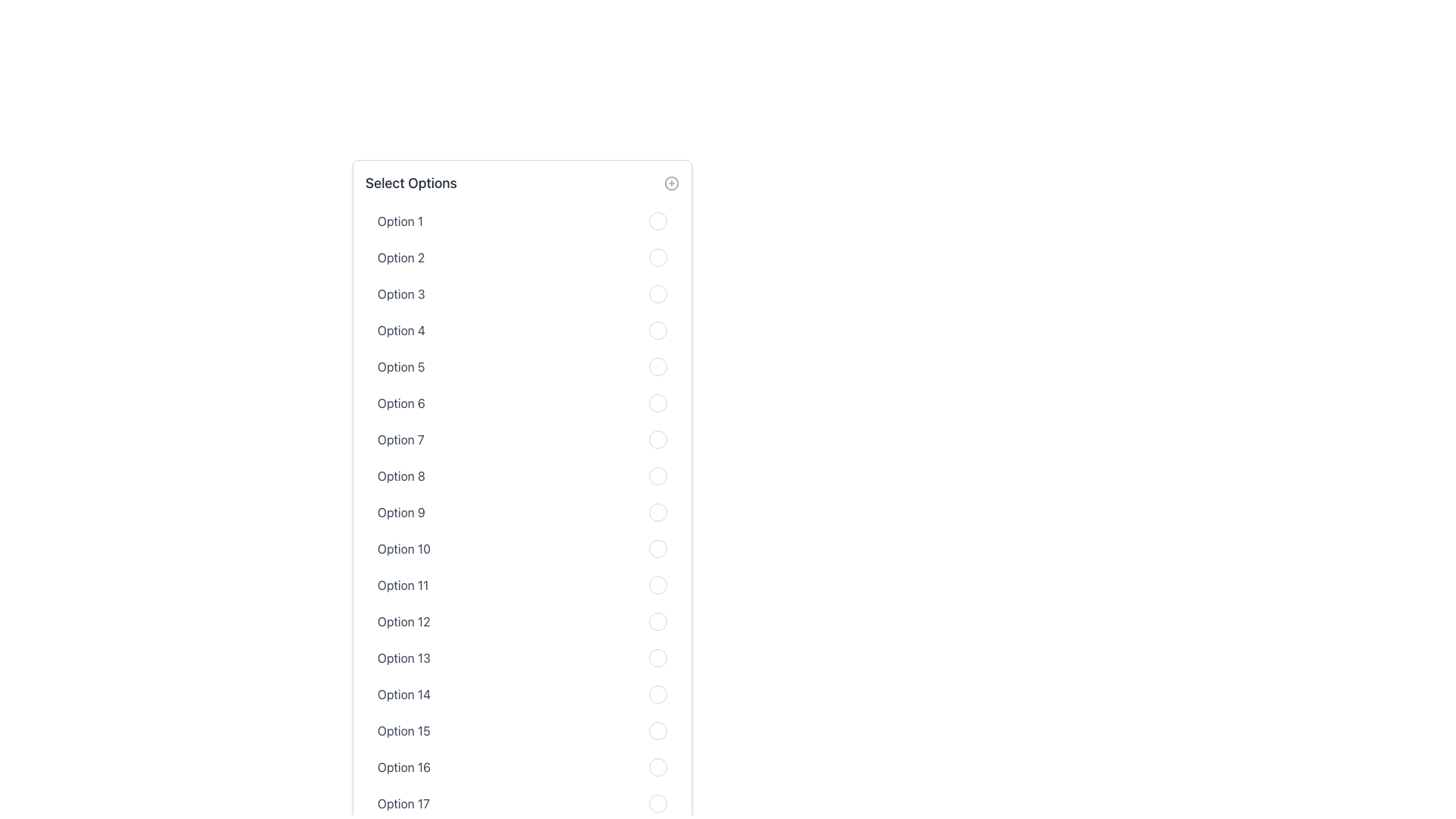  Describe the element at coordinates (400, 439) in the screenshot. I see `the text label displaying 'Option 7' in medium gray color, which is part of the list of options titled 'Select Options'` at that location.